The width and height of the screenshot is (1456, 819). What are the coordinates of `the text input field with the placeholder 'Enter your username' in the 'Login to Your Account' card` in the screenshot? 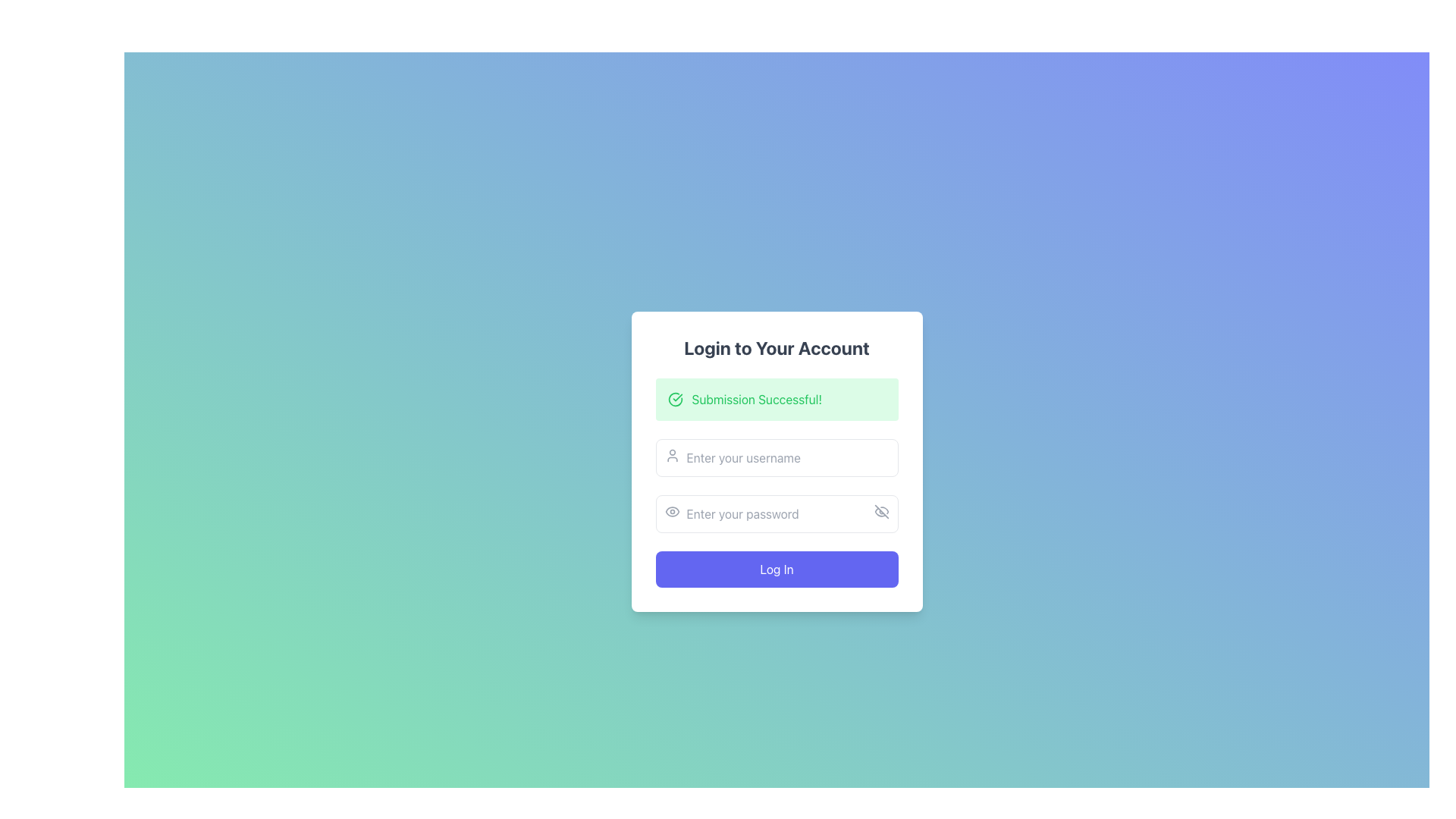 It's located at (777, 461).